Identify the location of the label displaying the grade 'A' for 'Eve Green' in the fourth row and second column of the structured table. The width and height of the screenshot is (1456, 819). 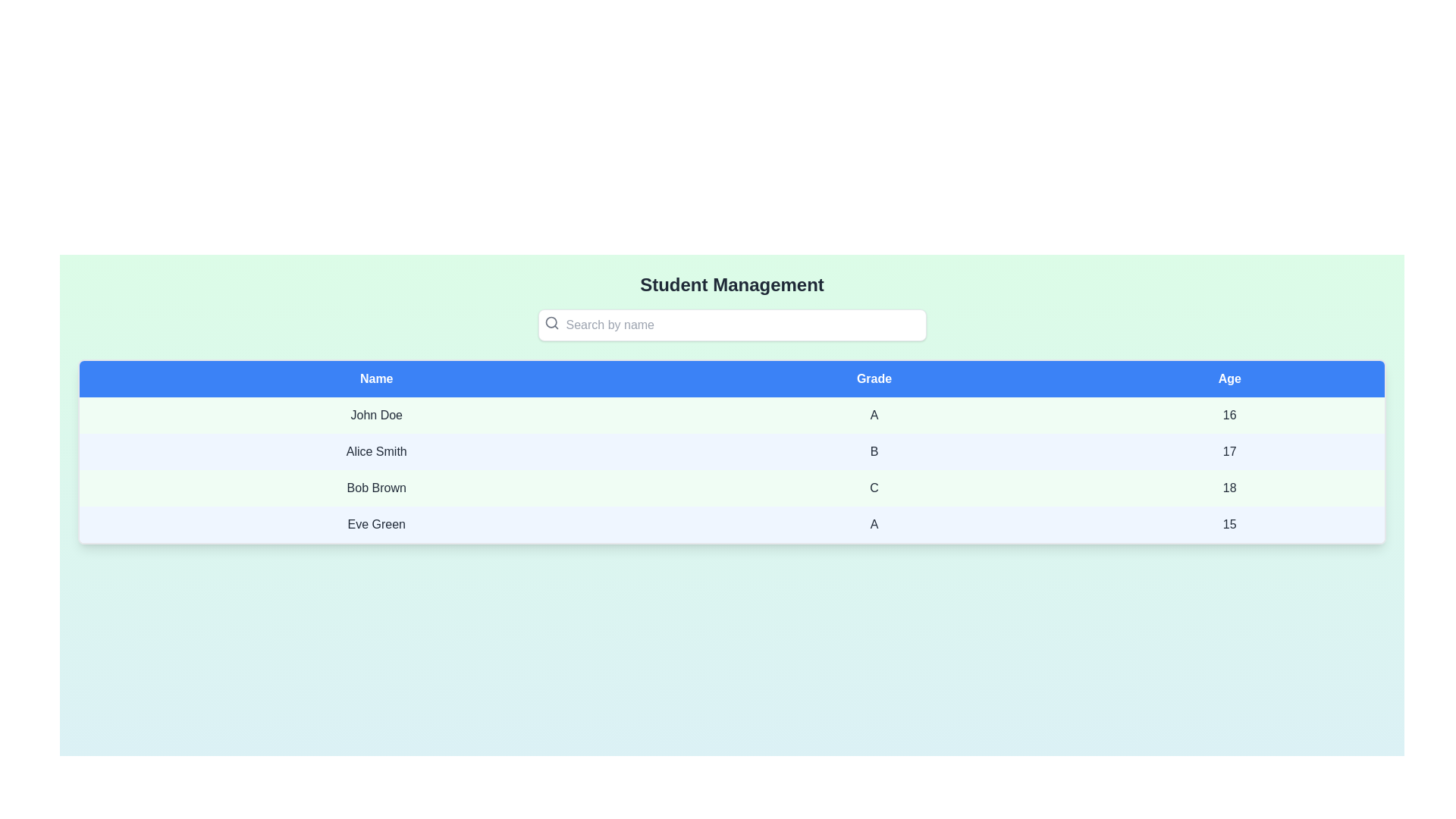
(874, 523).